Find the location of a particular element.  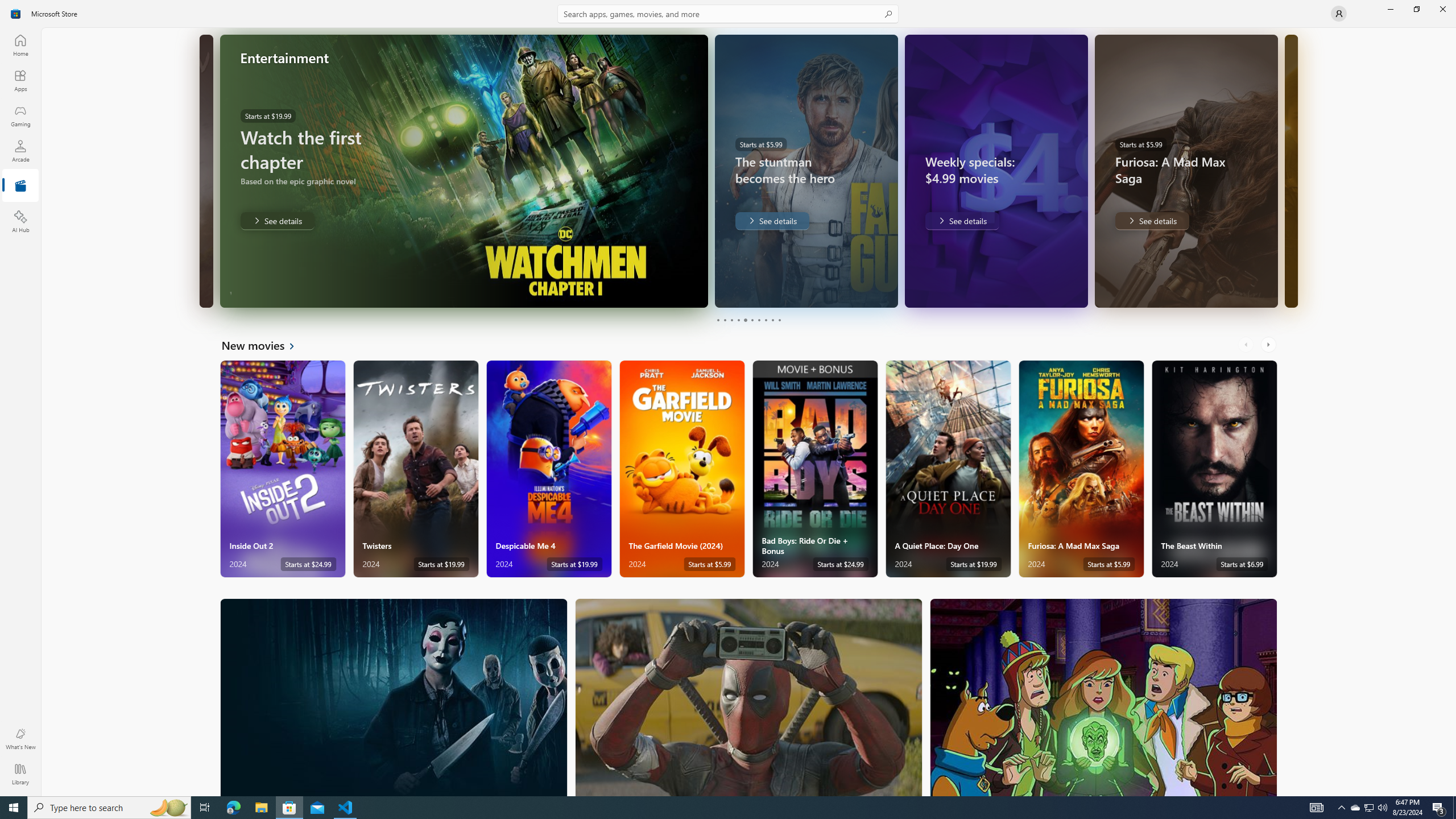

'Page 4' is located at coordinates (737, 320).